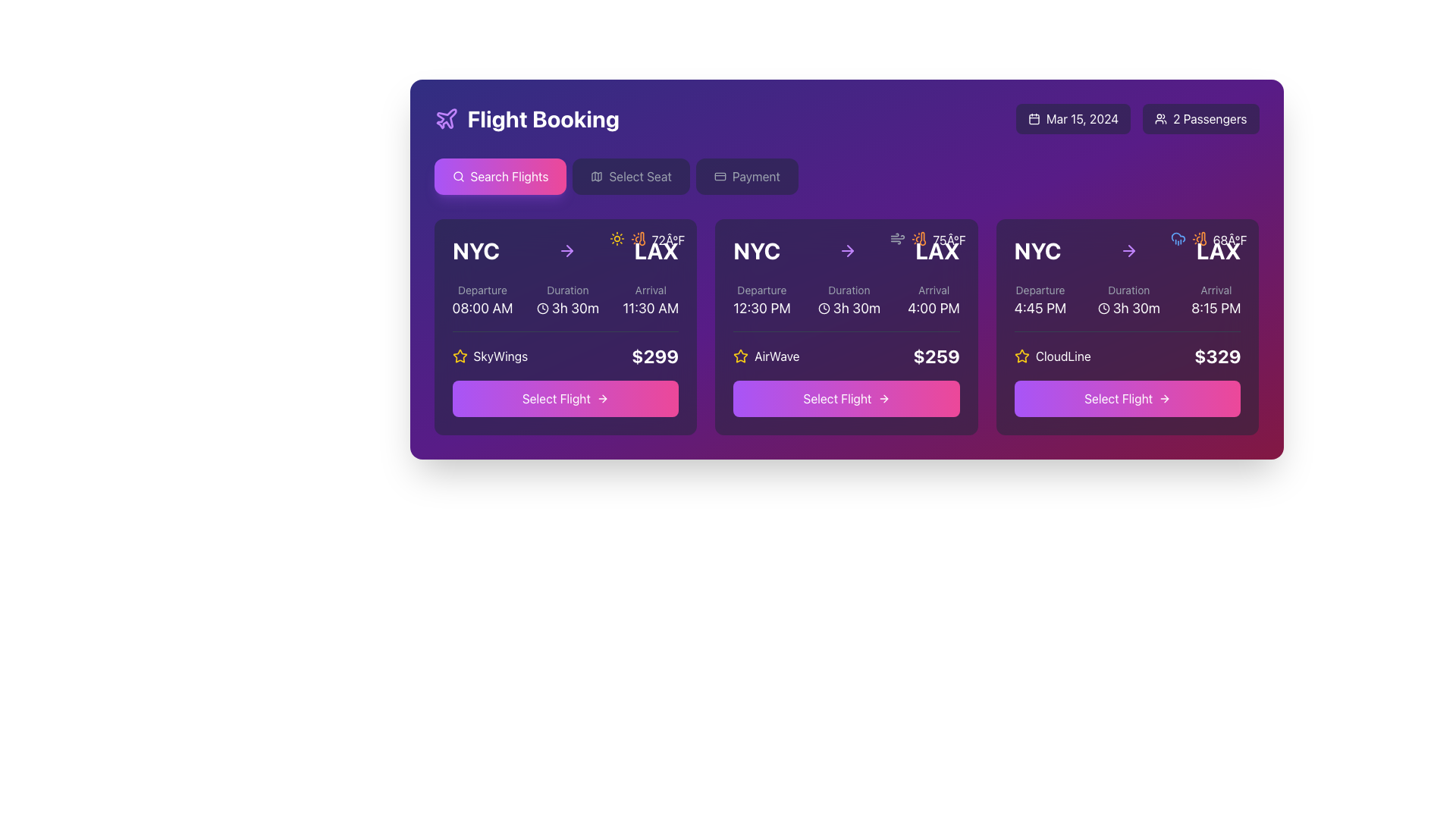  Describe the element at coordinates (459, 356) in the screenshot. I see `the yellow outlined star icon with a hollow center, which is located to the left of the 'SkyWings' text in the first flight tile` at that location.